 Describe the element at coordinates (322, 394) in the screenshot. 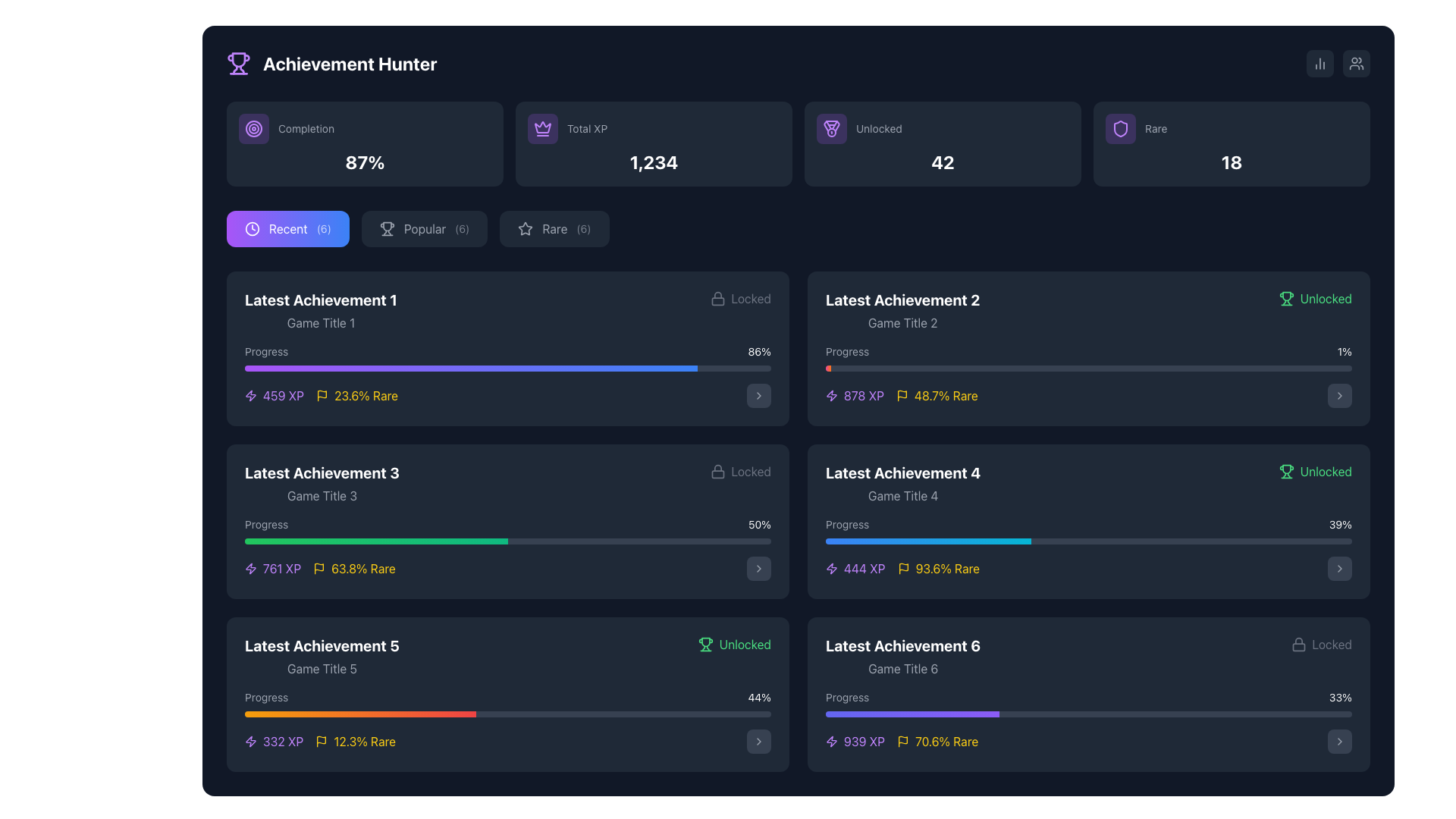

I see `the small yellowish flag icon located immediately to the left of the percentage text '23.6% Rare' under 'Latest Achievement 1'` at that location.